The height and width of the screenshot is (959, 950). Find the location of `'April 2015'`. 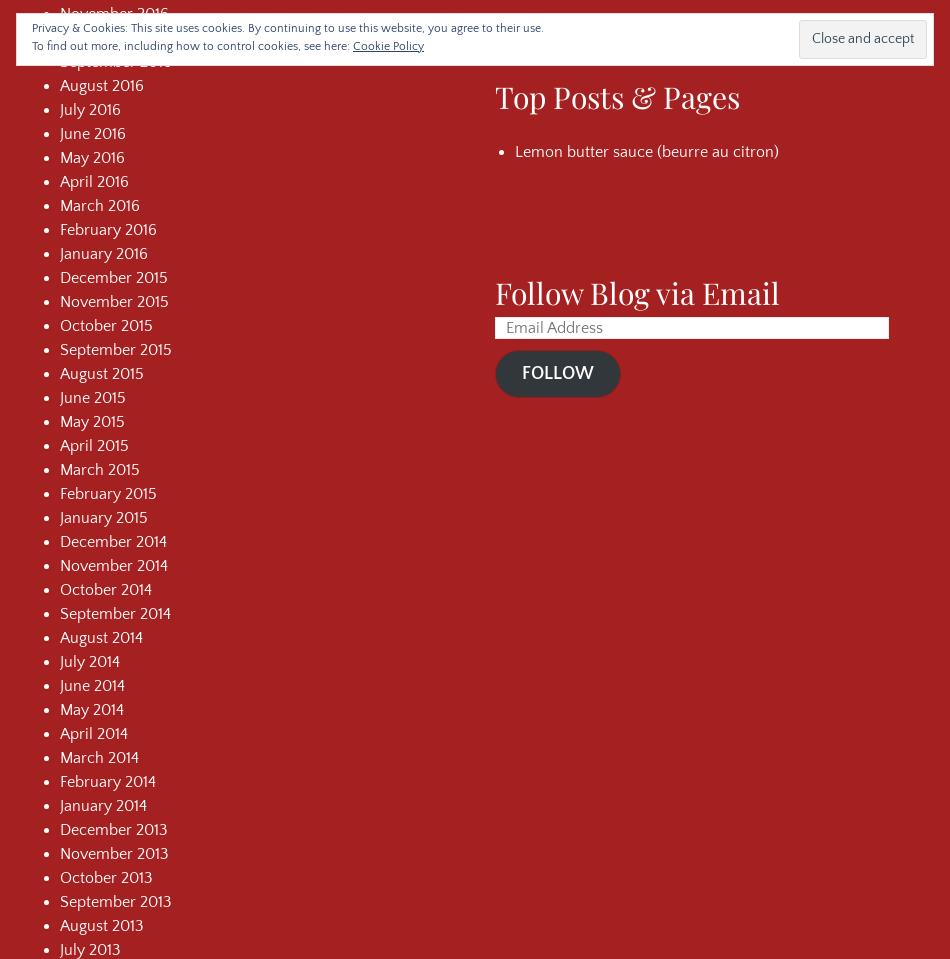

'April 2015' is located at coordinates (94, 443).